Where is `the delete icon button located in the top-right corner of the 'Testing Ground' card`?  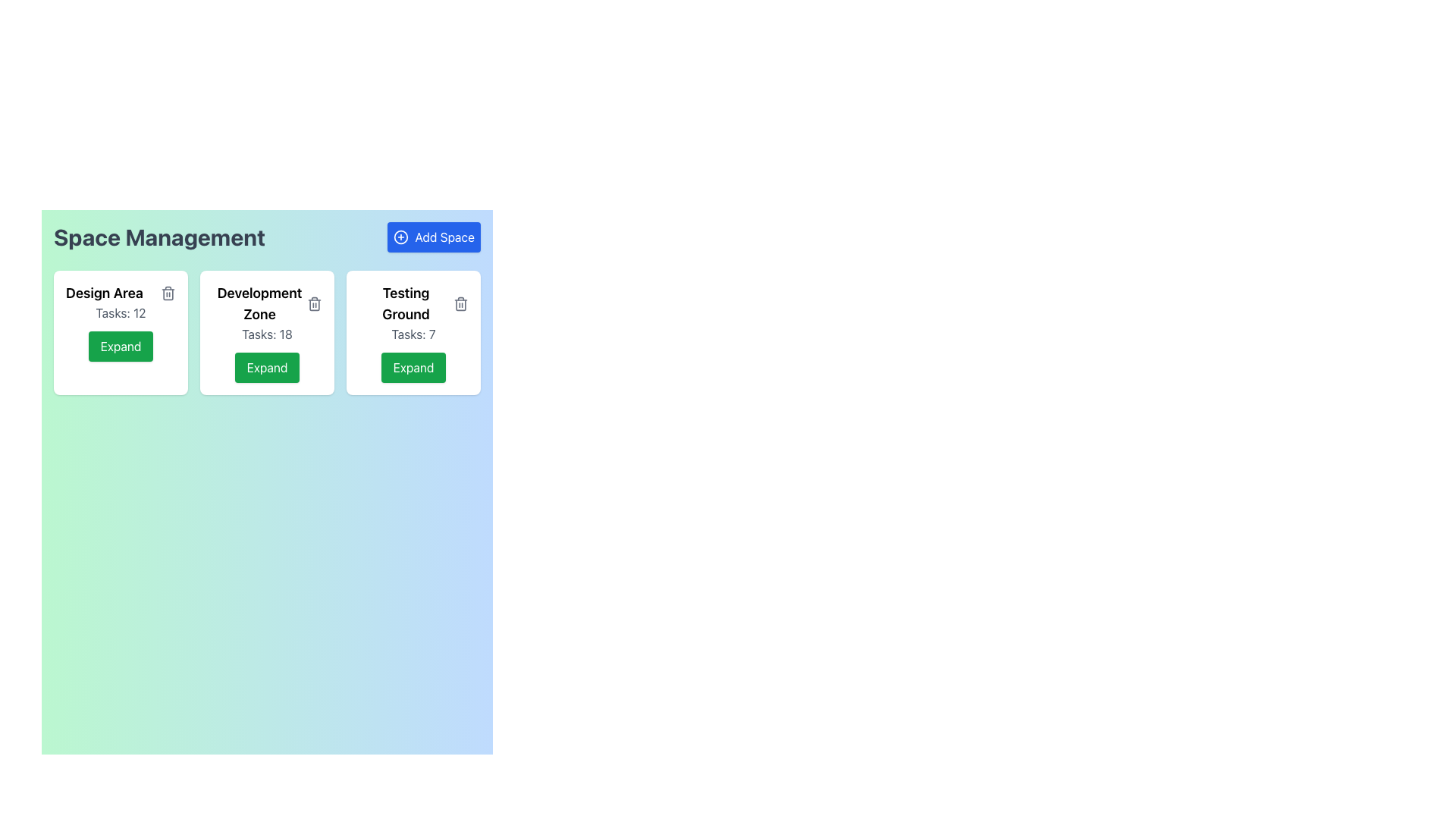
the delete icon button located in the top-right corner of the 'Testing Ground' card is located at coordinates (460, 304).